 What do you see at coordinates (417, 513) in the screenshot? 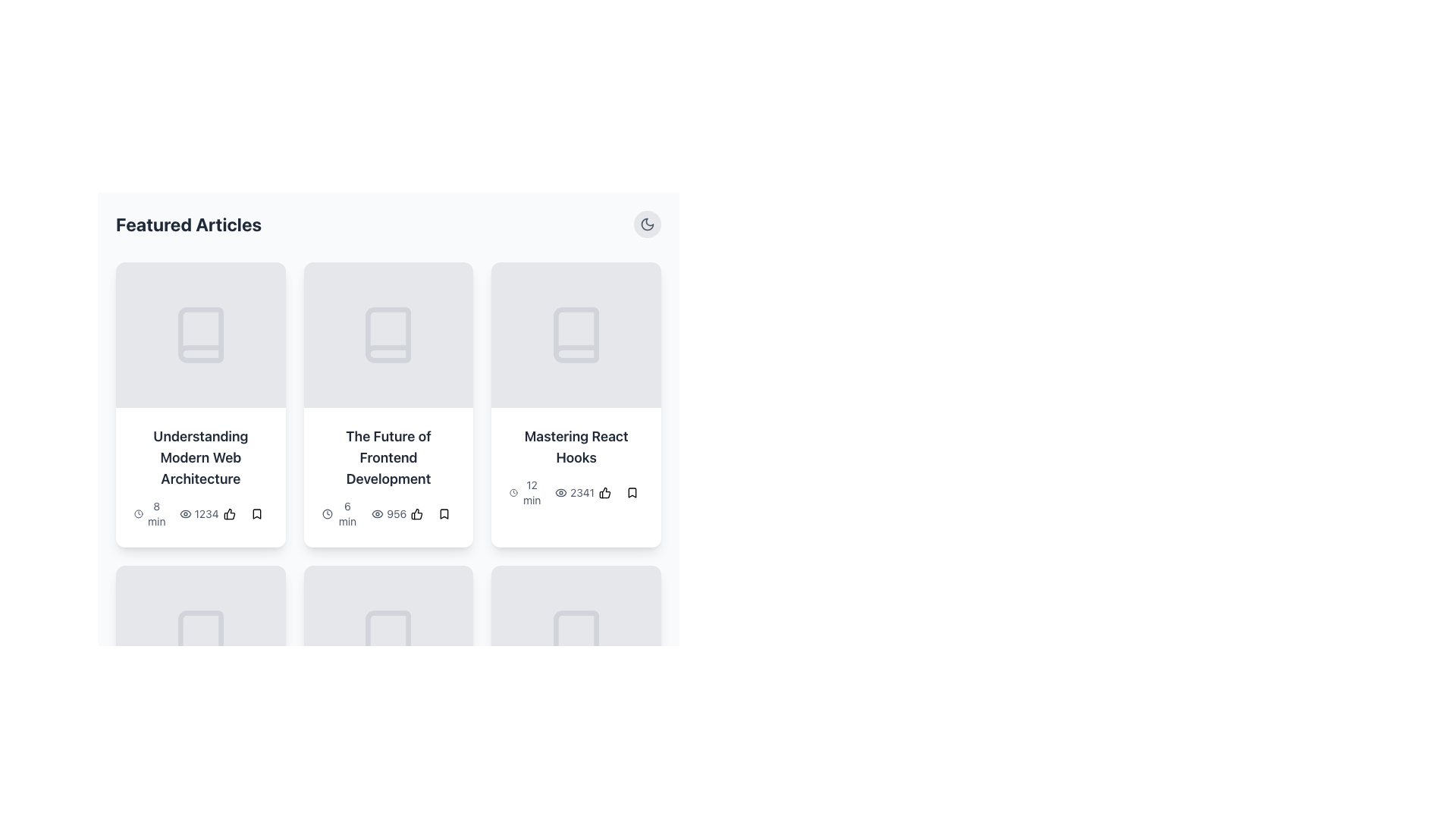
I see `the thumbs-up icon located in the top right corner of the card for 'The Future of Frontend Development', which serves as a graphical indicator for user interactions such as 'like' functionality` at bounding box center [417, 513].